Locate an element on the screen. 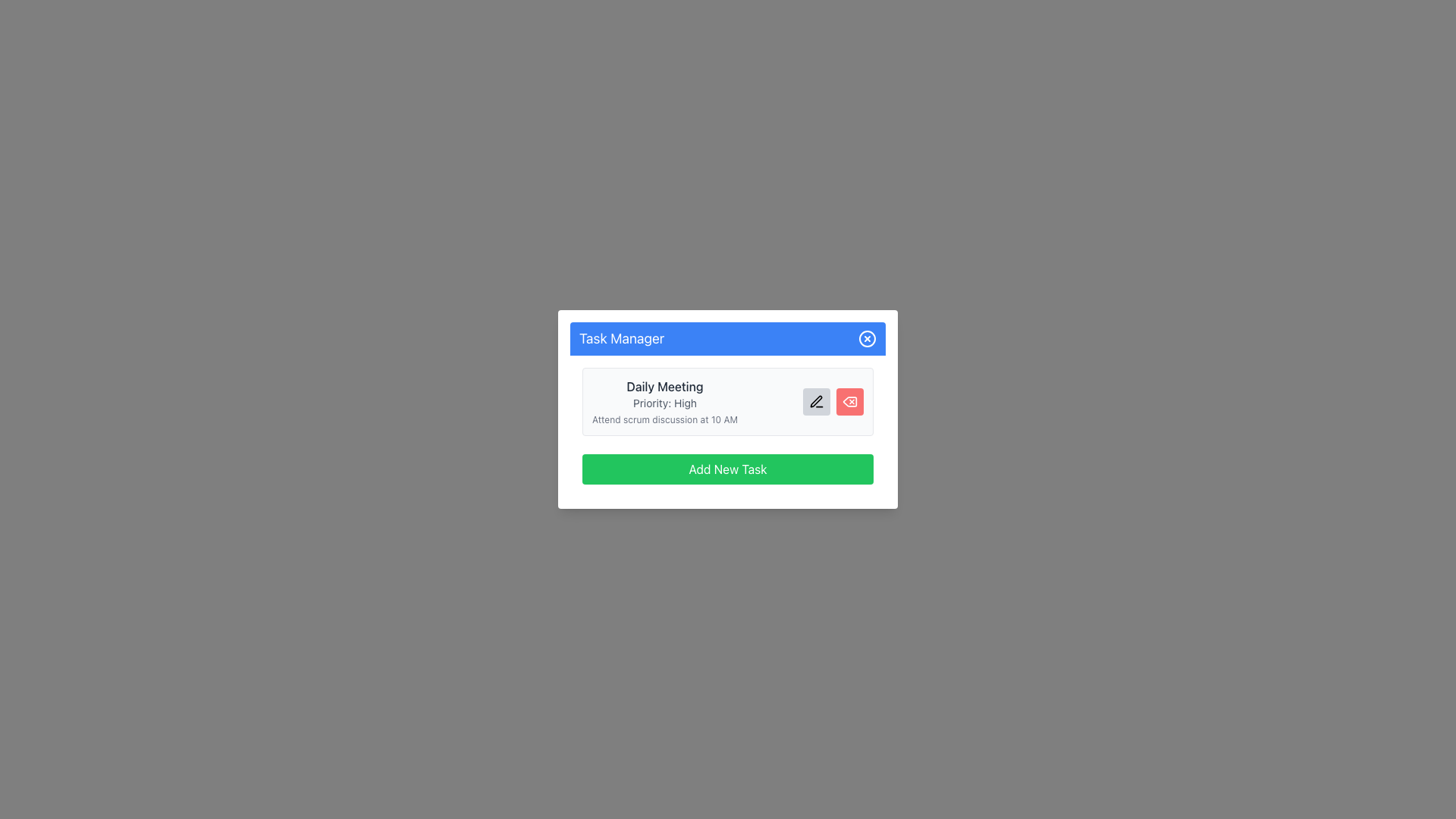 This screenshot has width=1456, height=819. the editing icon located on the right side of the task box, next to the red crossed-out eye button is located at coordinates (815, 400).